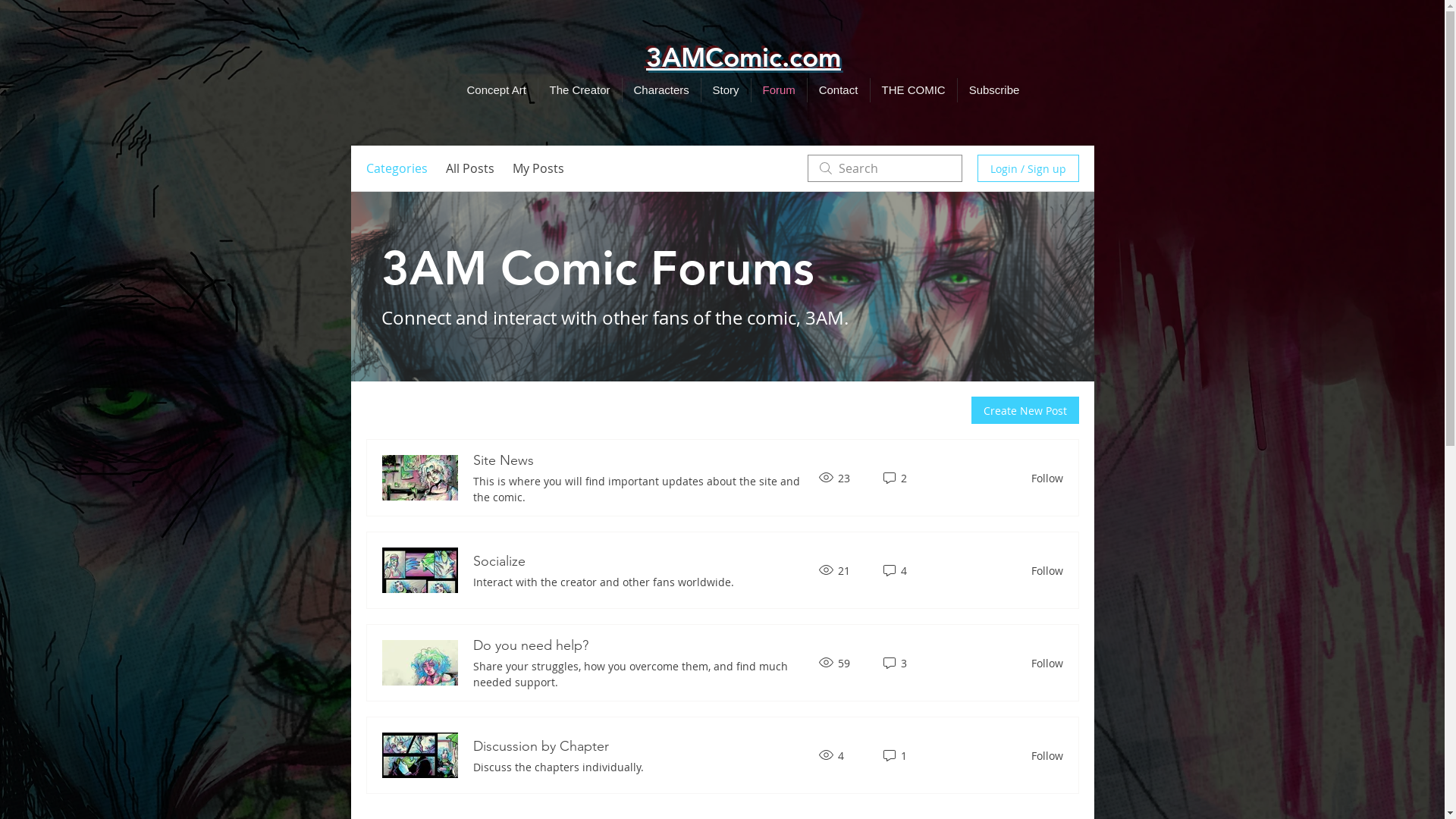 The height and width of the screenshot is (819, 1456). Describe the element at coordinates (579, 90) in the screenshot. I see `'The Creator'` at that location.